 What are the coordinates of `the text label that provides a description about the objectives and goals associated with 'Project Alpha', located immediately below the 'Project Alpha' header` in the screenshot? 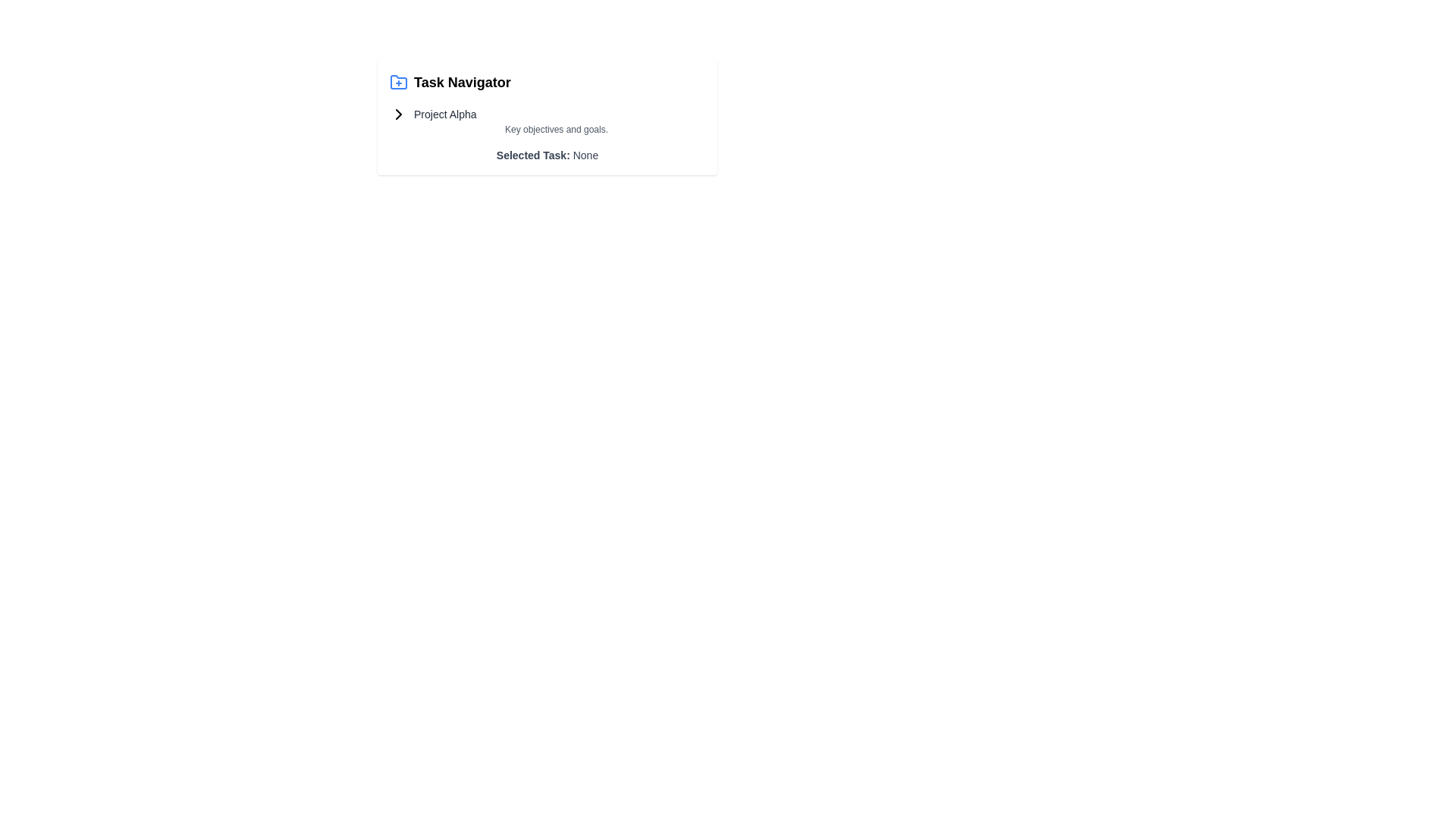 It's located at (556, 128).